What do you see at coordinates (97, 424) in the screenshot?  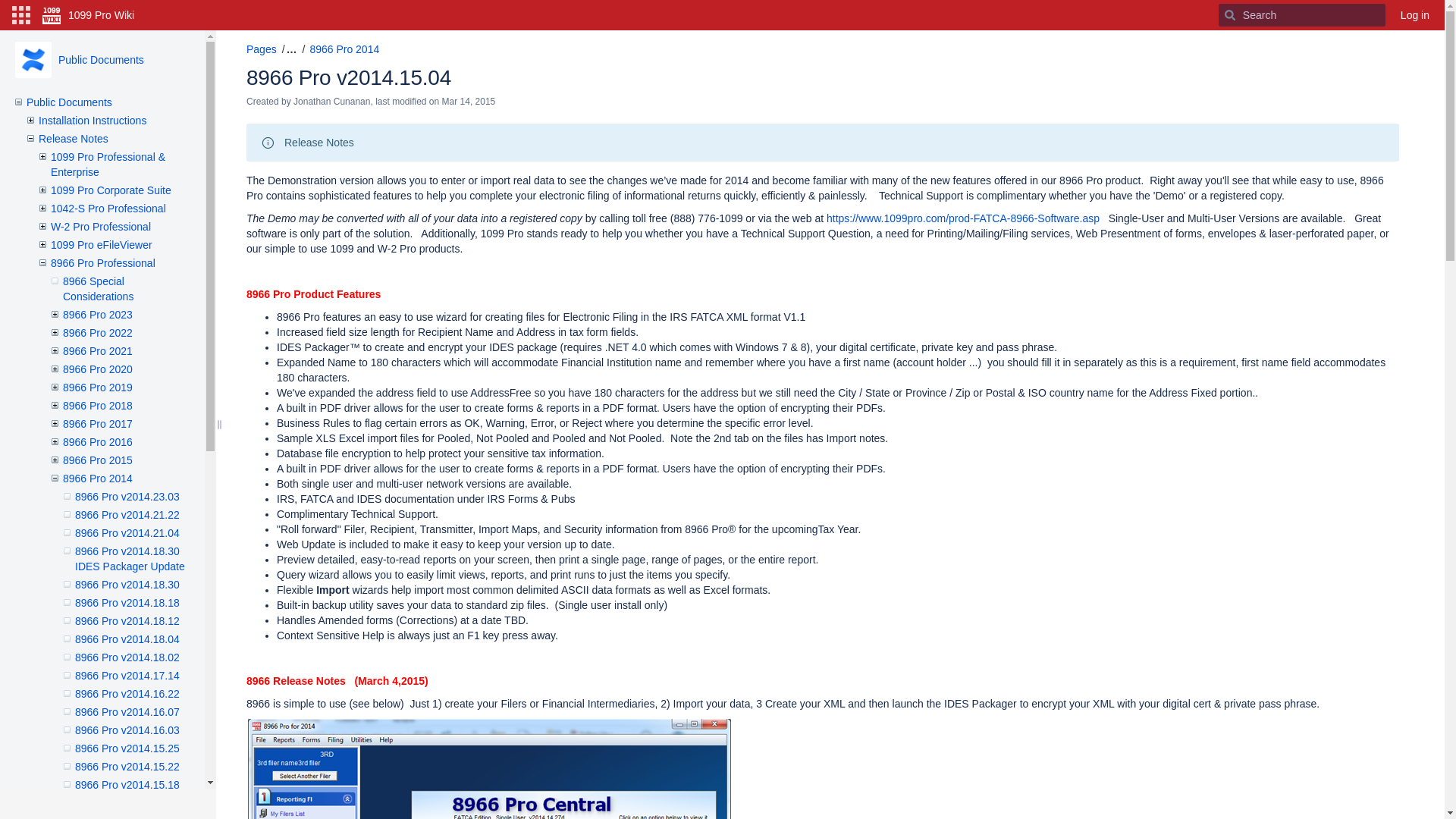 I see `'8966 Pro 2017'` at bounding box center [97, 424].